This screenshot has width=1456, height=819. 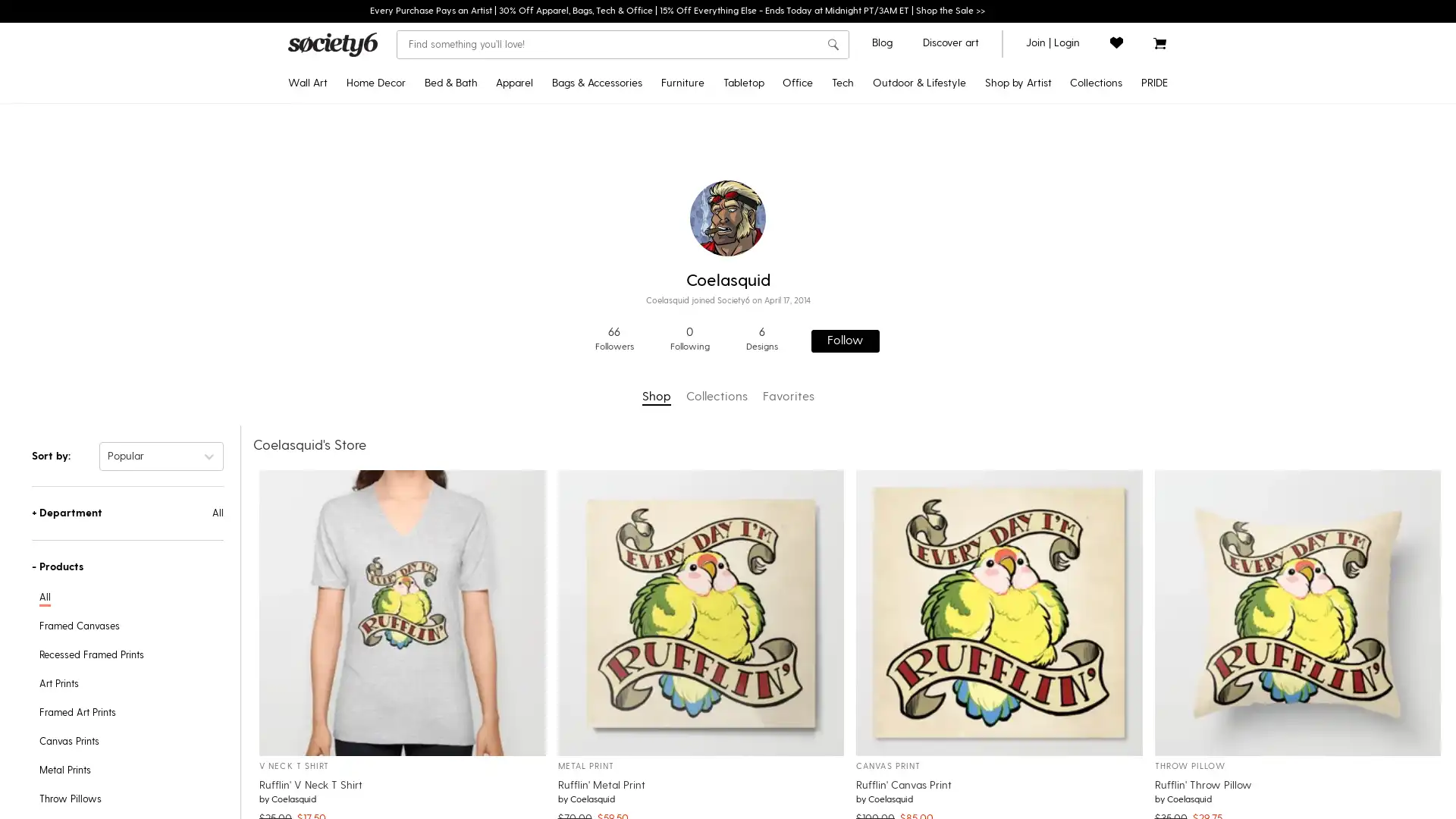 I want to click on Socks, so click(x=607, y=219).